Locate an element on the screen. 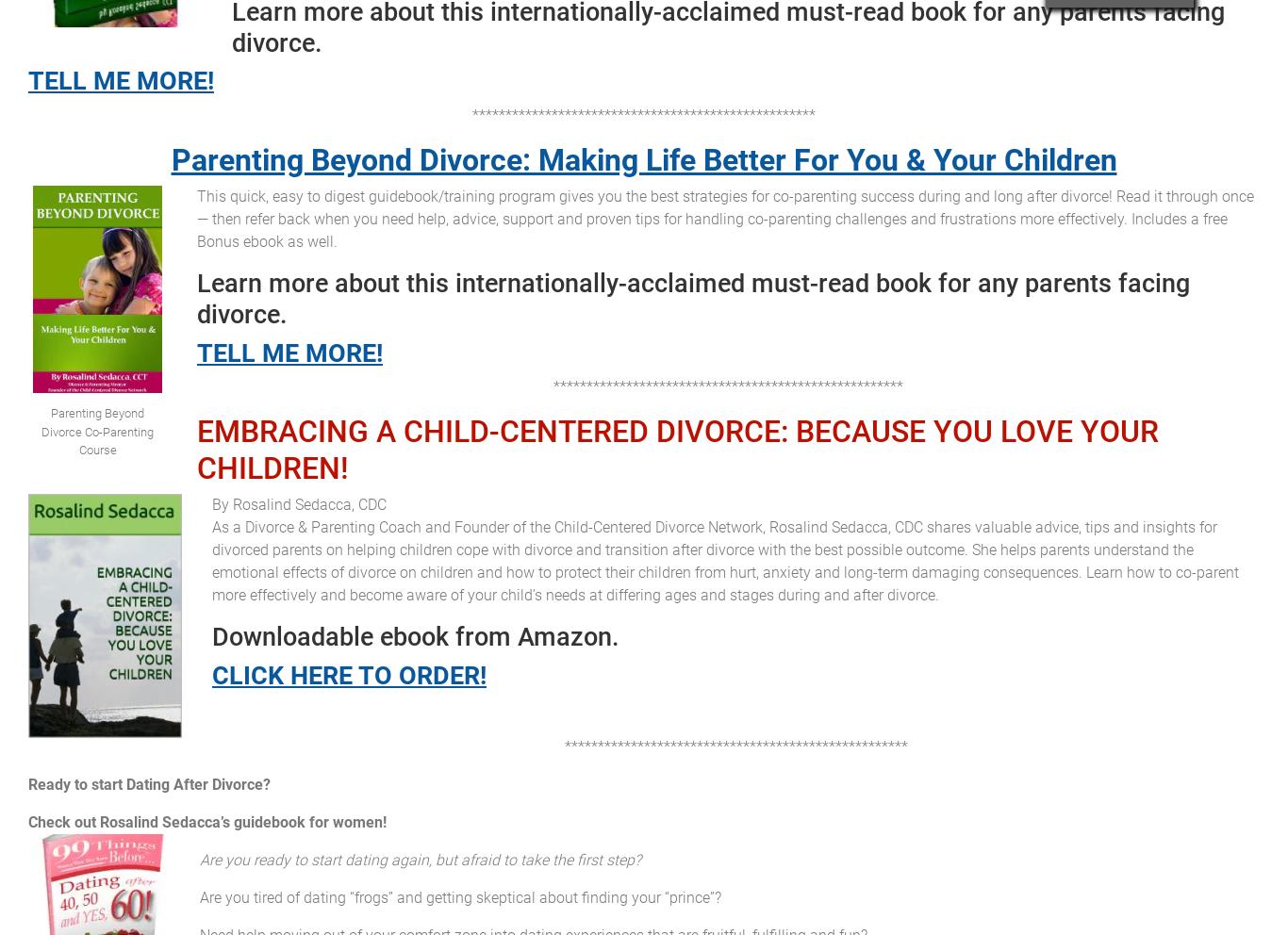 This screenshot has width=1288, height=935. 'CLICK HERE TO ORDER!' is located at coordinates (210, 675).